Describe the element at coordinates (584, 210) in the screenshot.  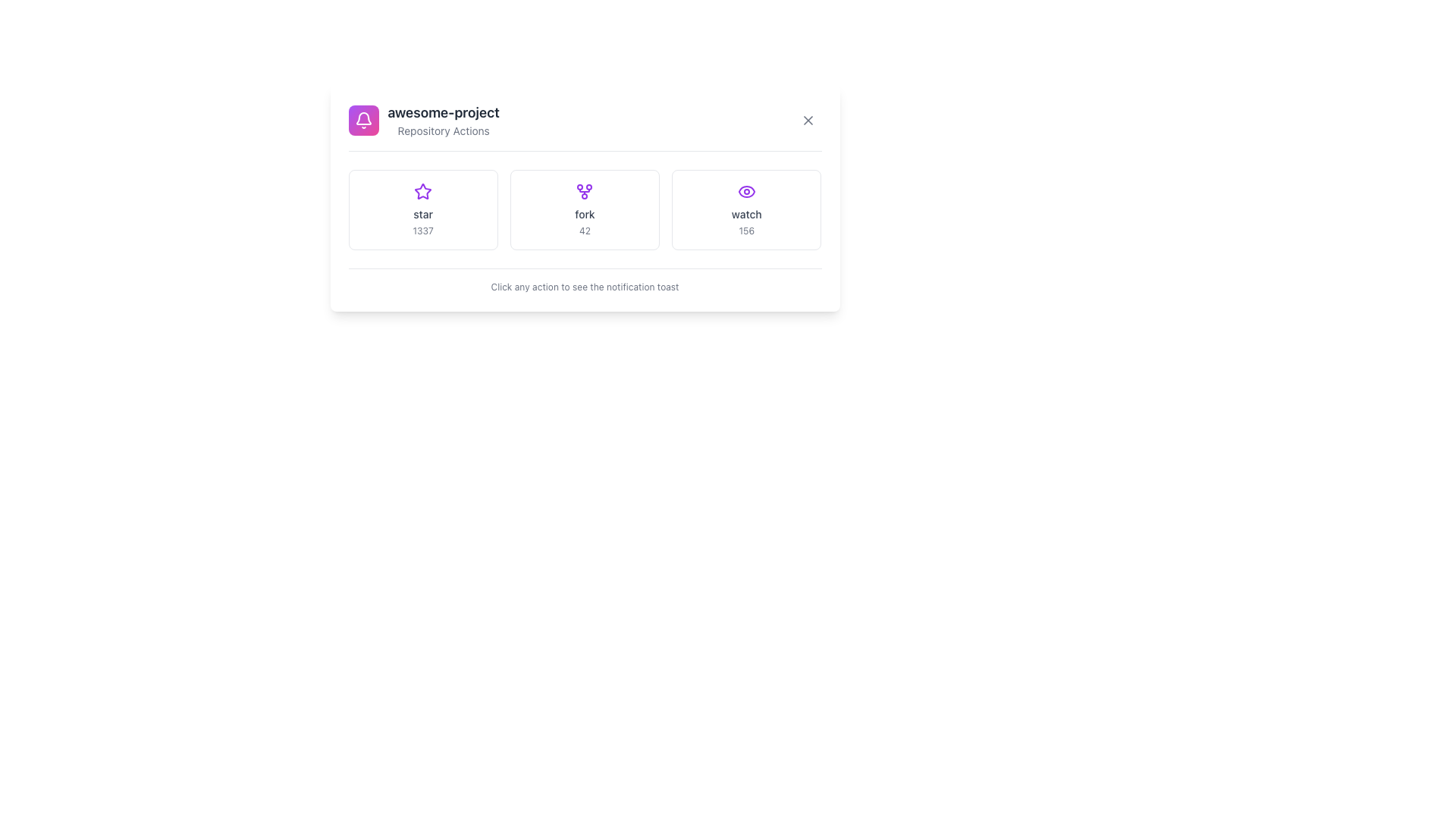
I see `the interactive information display block that signifies the number of forks for the repository, which shows '42' and is positioned between the 'star' and 'watch' elements` at that location.